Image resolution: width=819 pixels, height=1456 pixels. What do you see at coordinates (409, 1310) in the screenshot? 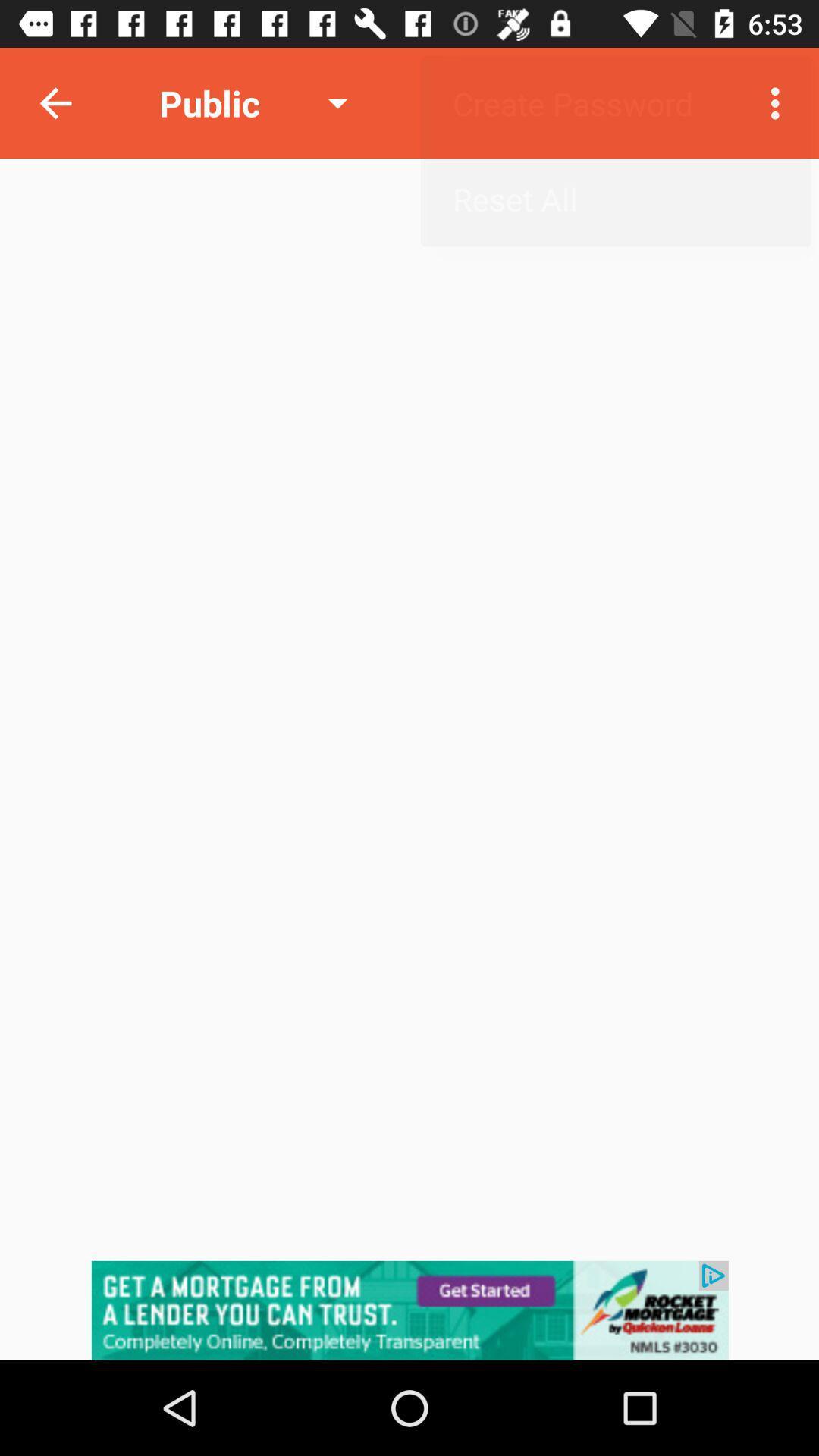
I see `sponsored advertisement` at bounding box center [409, 1310].